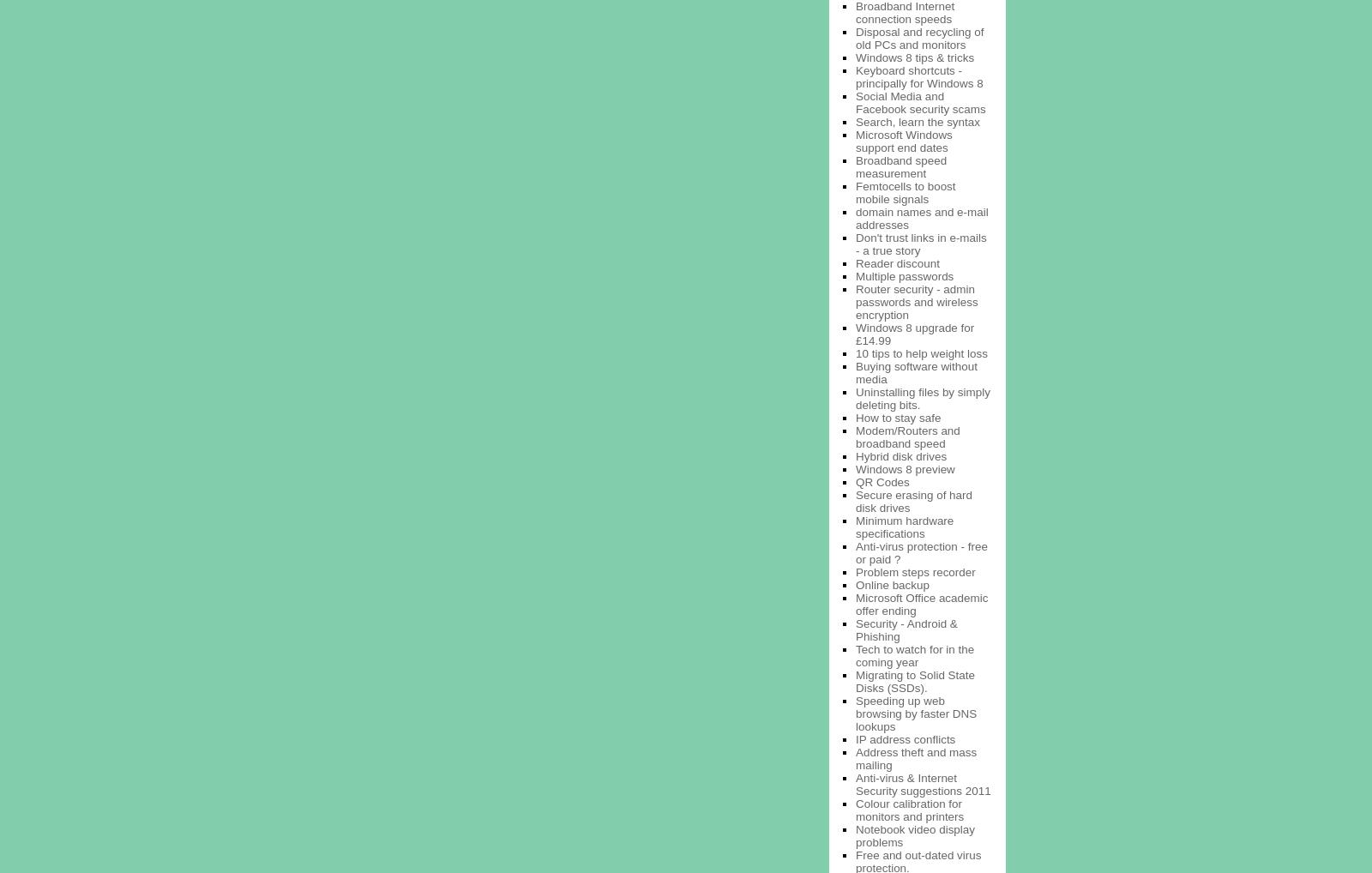  I want to click on 'Social Media and Facebook security scams', so click(920, 101).